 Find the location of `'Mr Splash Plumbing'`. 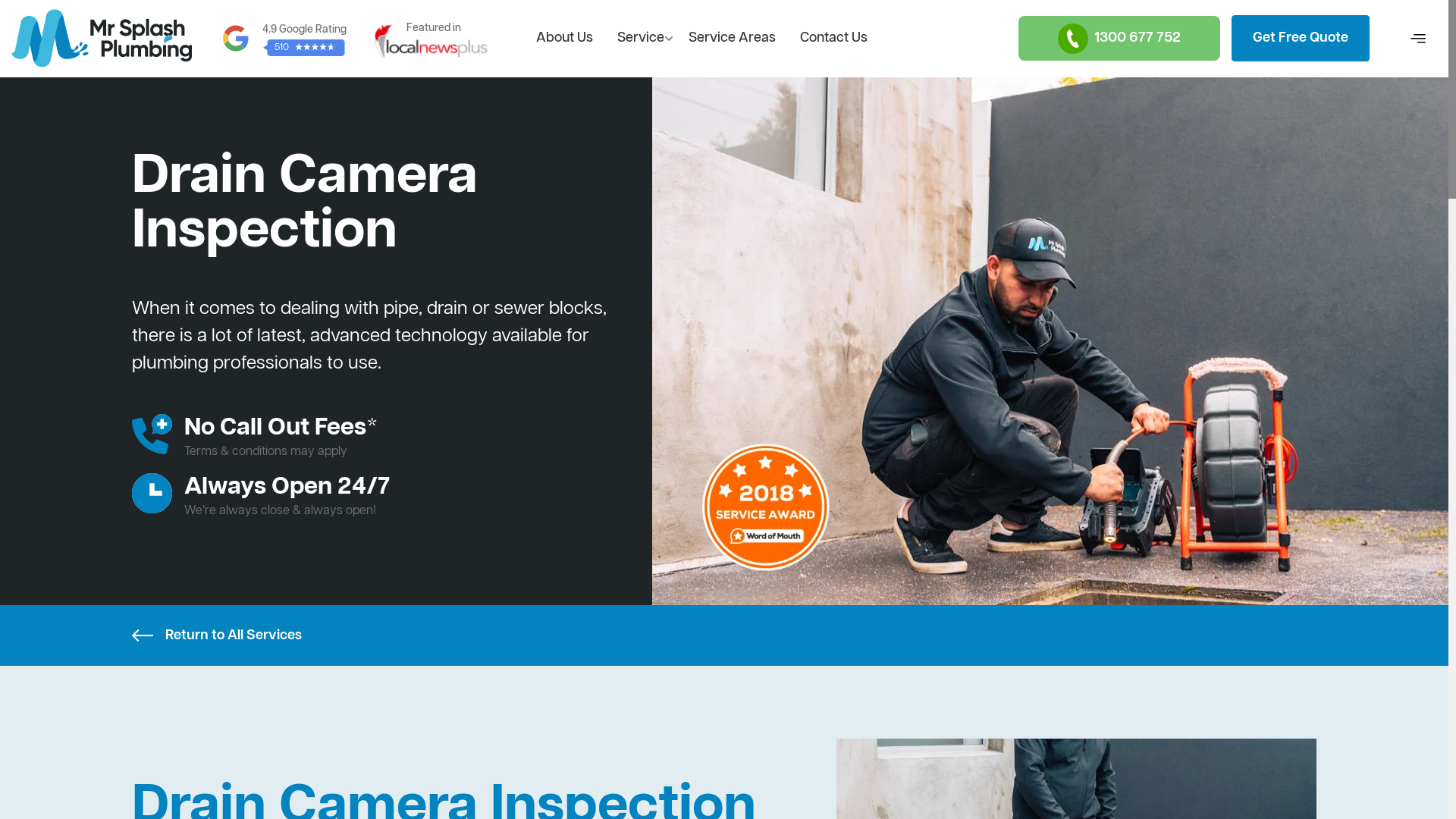

'Mr Splash Plumbing' is located at coordinates (11, 37).